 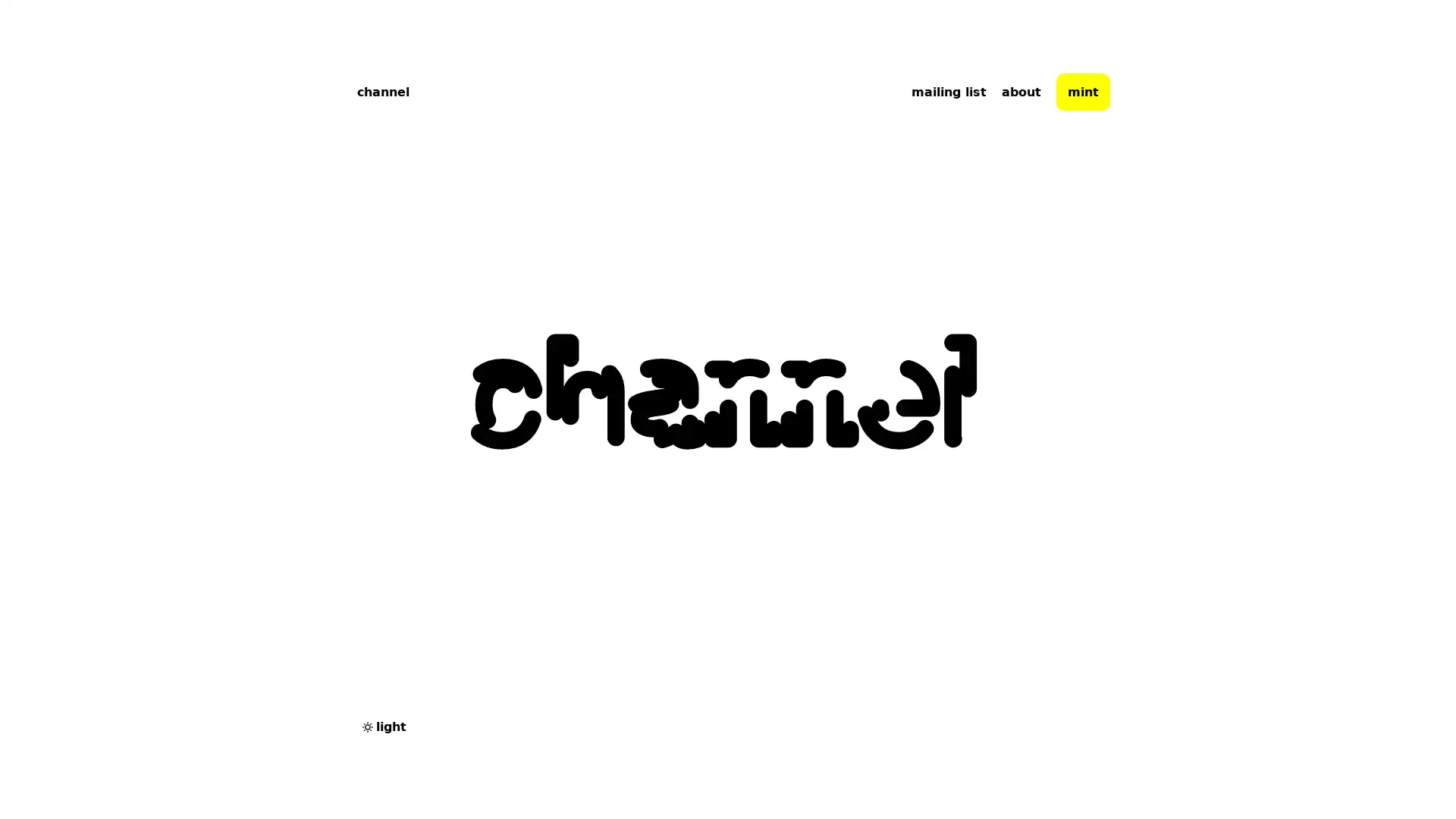 I want to click on mailing list, so click(x=948, y=91).